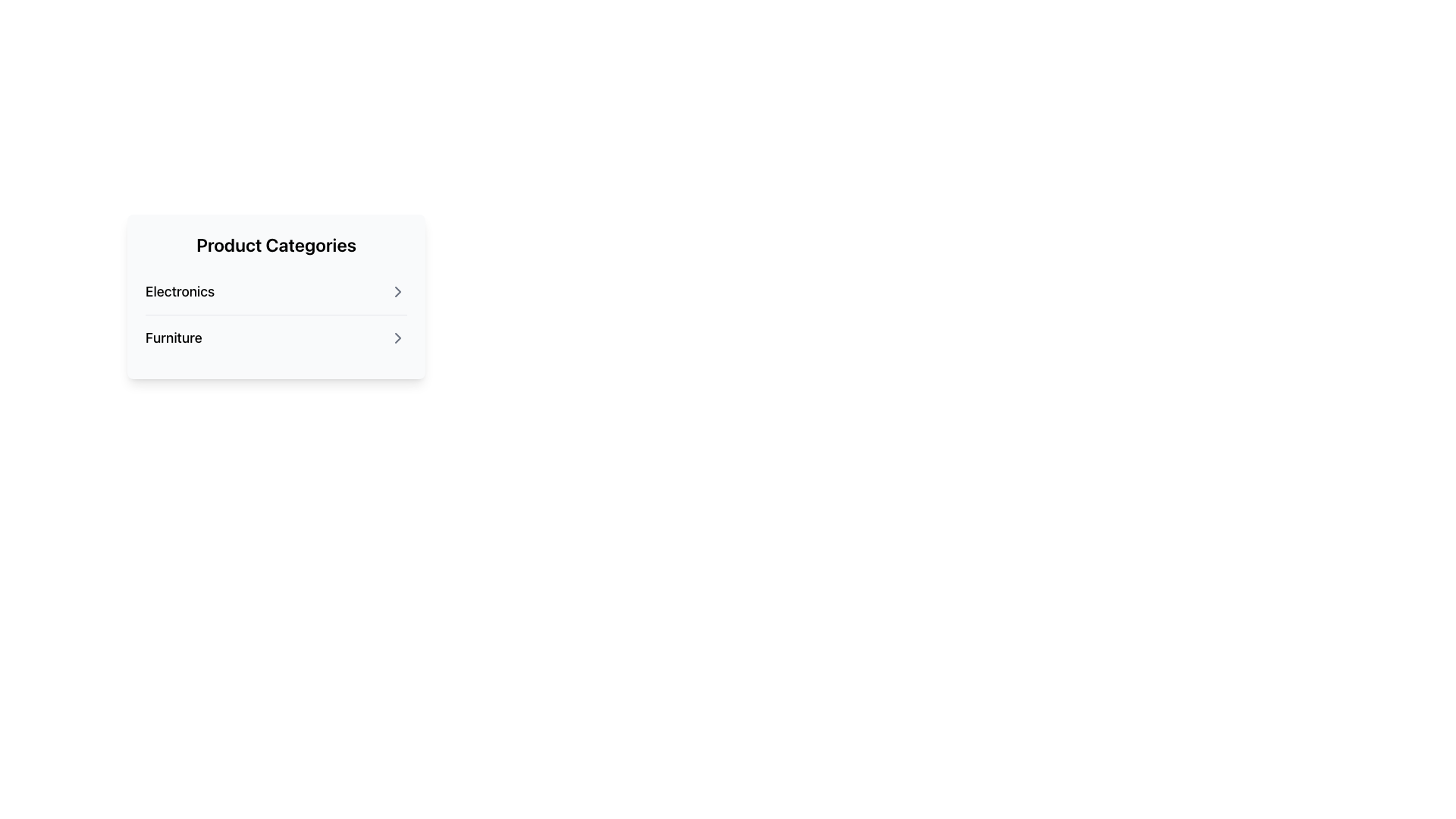 The height and width of the screenshot is (819, 1456). I want to click on the 'Electronics' category button located in the vertical list under 'Product Categories', so click(276, 292).